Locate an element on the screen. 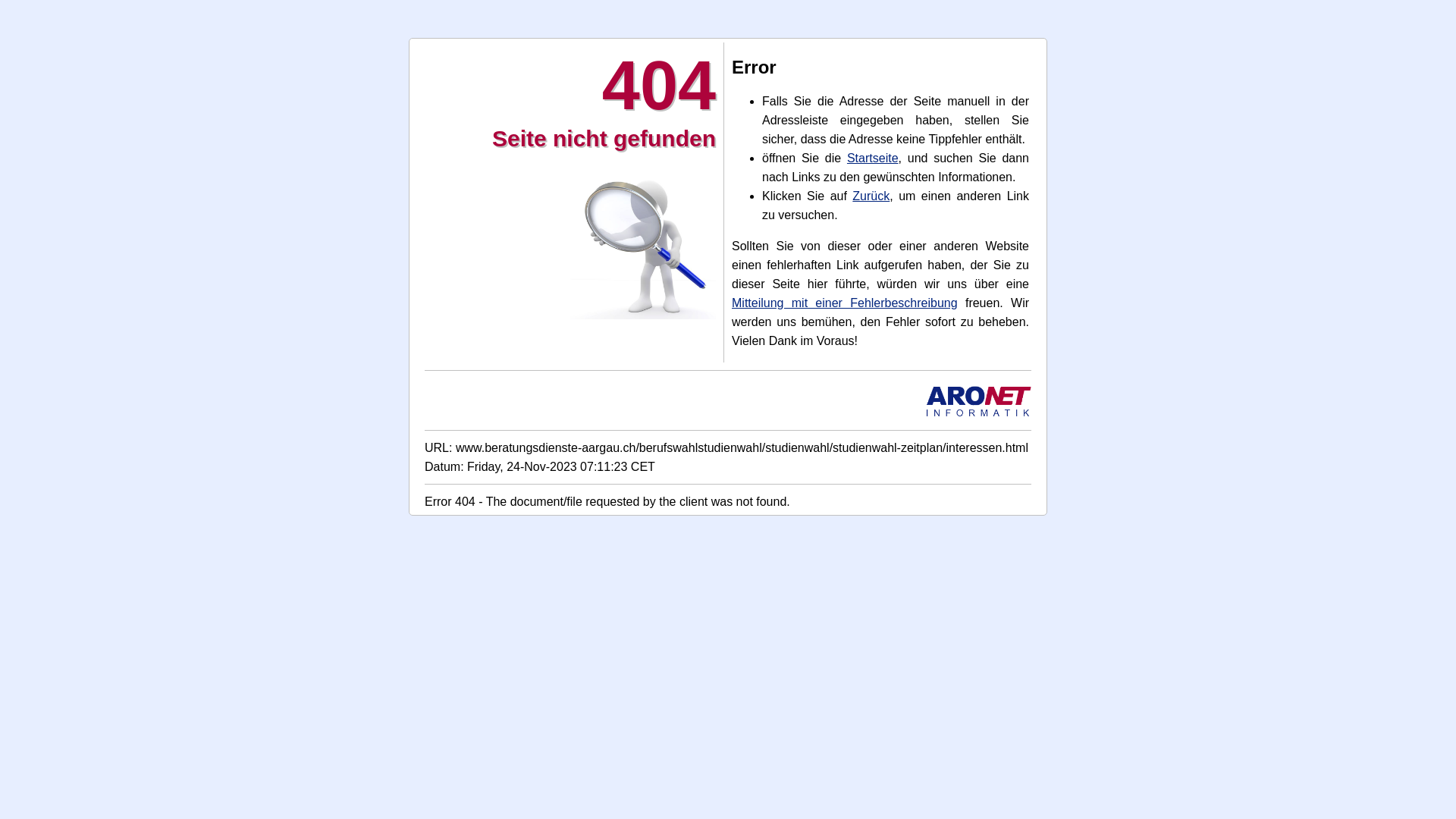  'Startseite' is located at coordinates (873, 158).